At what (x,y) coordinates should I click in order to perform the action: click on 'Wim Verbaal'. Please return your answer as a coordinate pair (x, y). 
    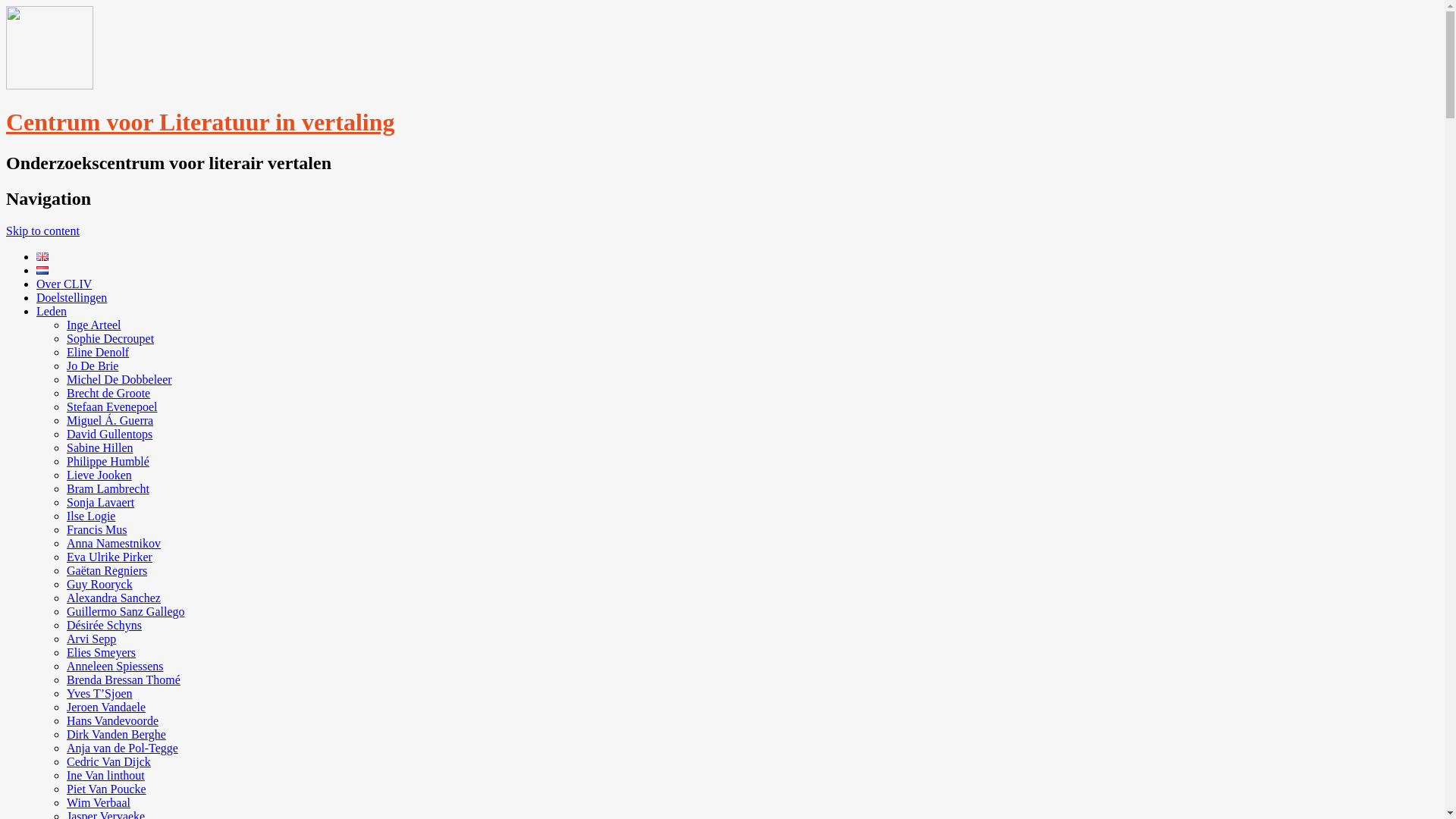
    Looking at the image, I should click on (65, 802).